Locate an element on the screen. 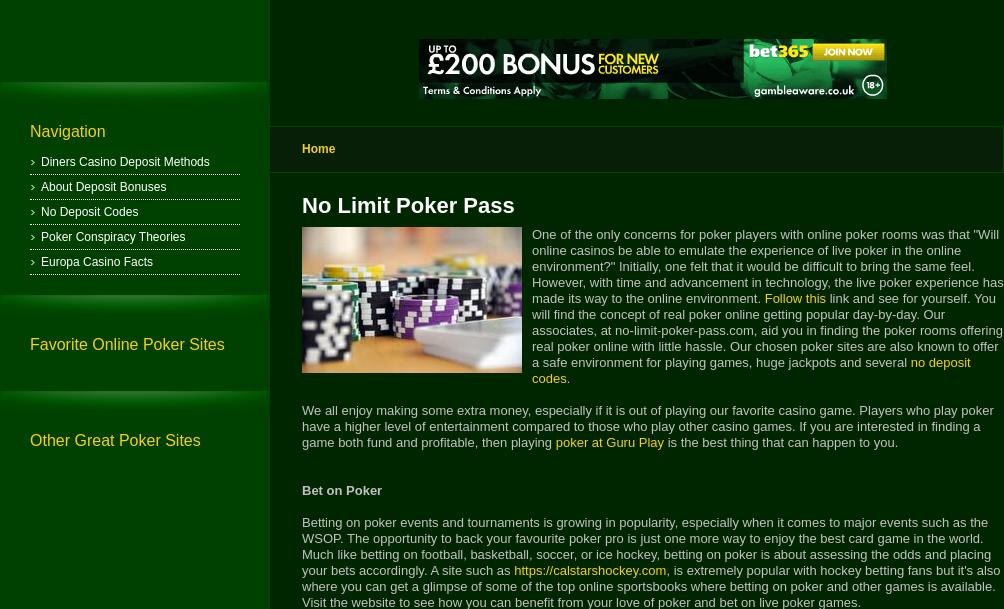 The image size is (1004, 609). 'Follow this' is located at coordinates (794, 298).